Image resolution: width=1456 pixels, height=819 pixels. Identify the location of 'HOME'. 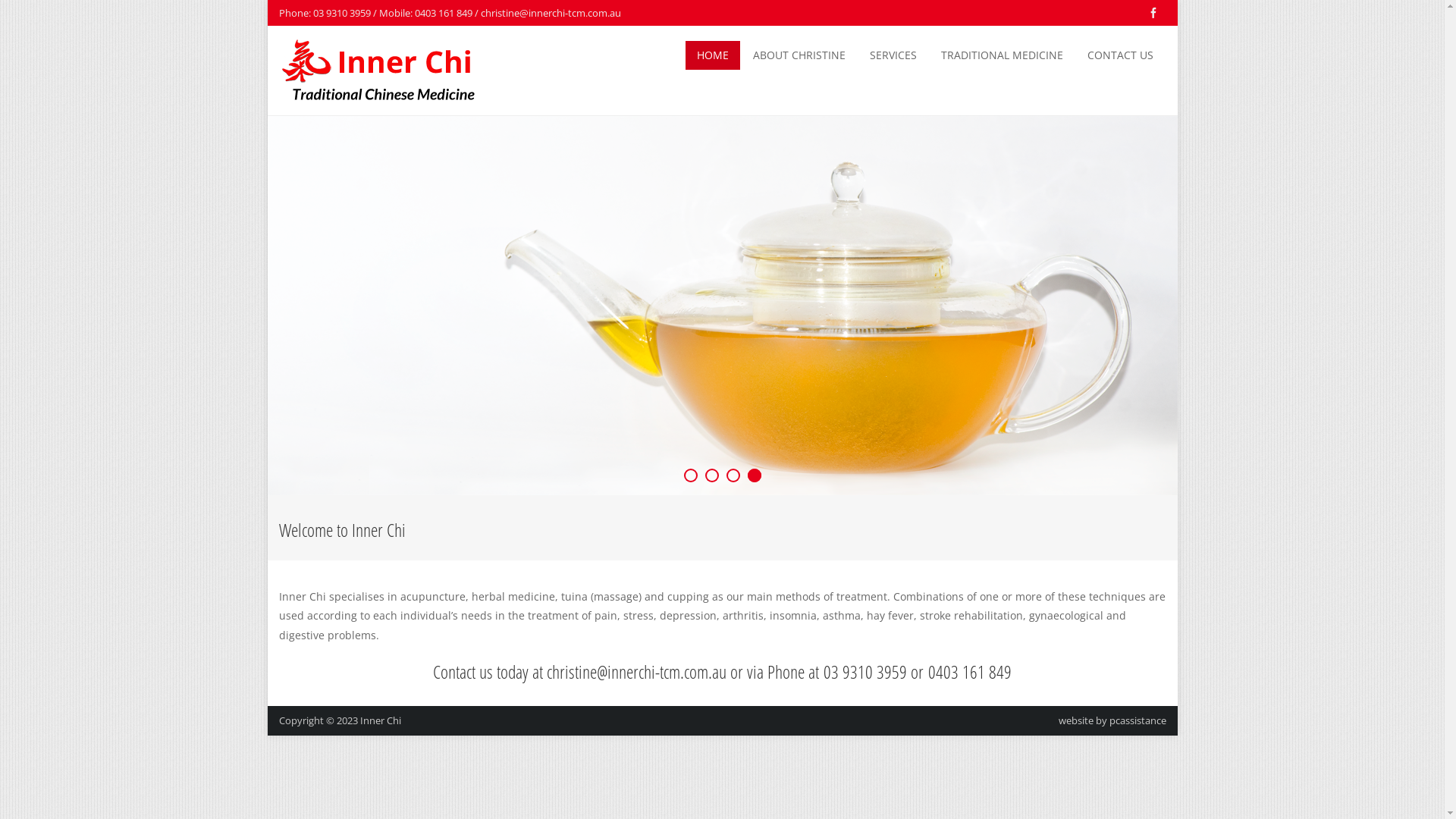
(684, 55).